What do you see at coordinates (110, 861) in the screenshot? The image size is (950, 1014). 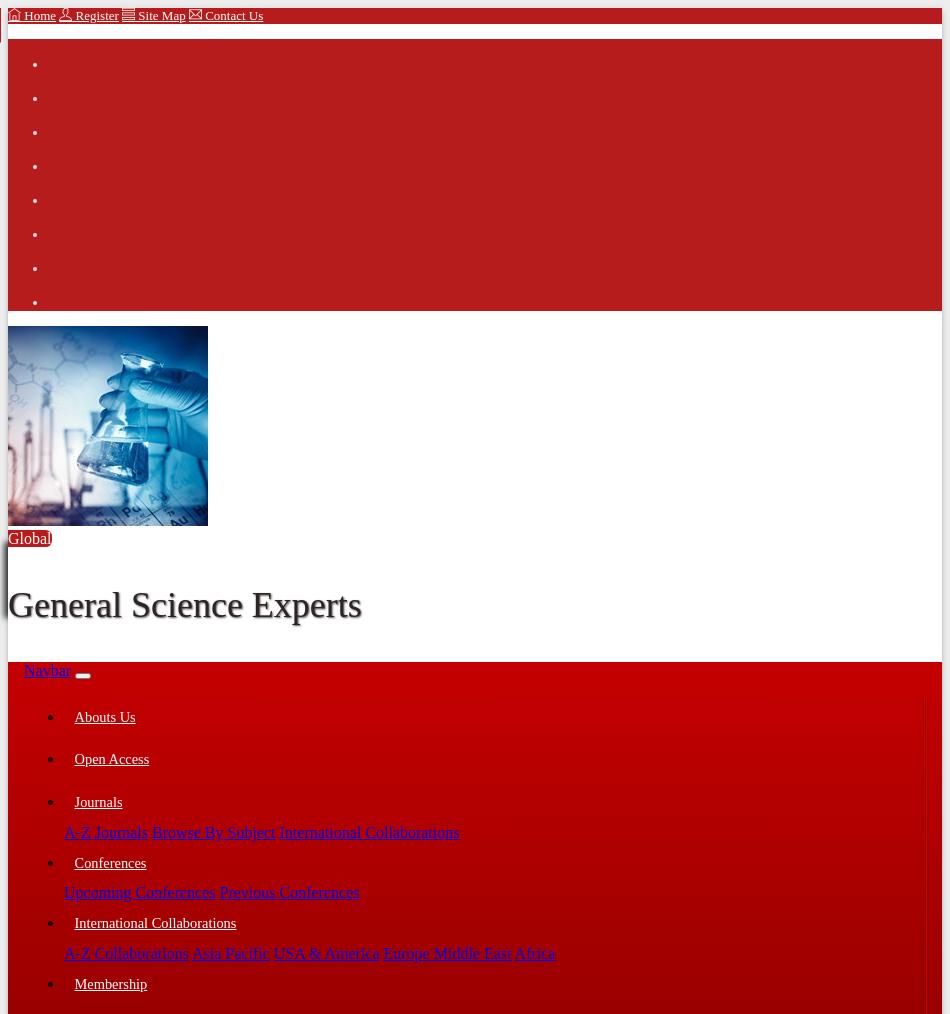 I see `'Conferences'` at bounding box center [110, 861].